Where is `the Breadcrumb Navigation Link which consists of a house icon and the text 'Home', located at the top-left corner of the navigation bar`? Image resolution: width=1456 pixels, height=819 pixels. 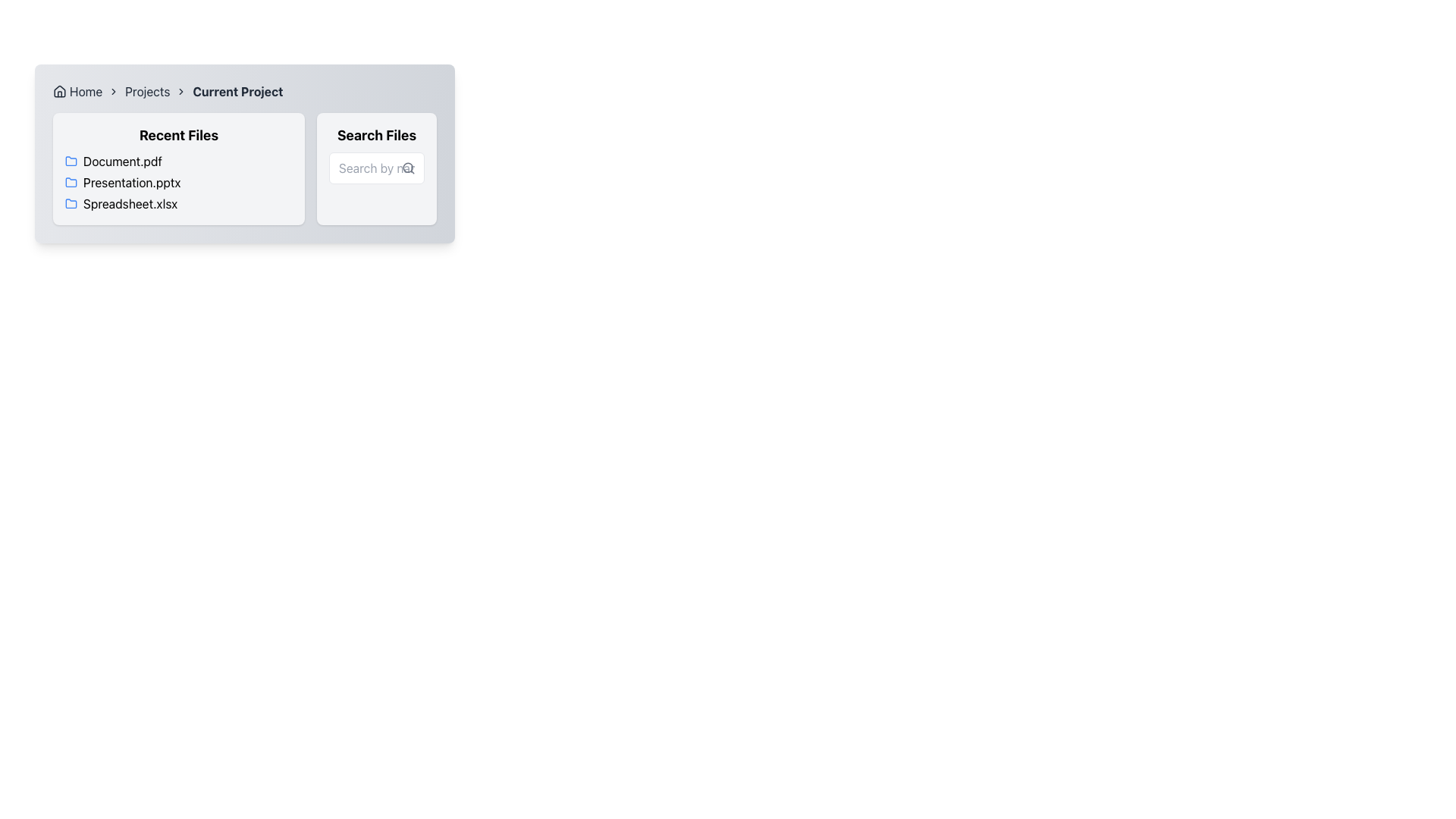 the Breadcrumb Navigation Link which consists of a house icon and the text 'Home', located at the top-left corner of the navigation bar is located at coordinates (77, 91).